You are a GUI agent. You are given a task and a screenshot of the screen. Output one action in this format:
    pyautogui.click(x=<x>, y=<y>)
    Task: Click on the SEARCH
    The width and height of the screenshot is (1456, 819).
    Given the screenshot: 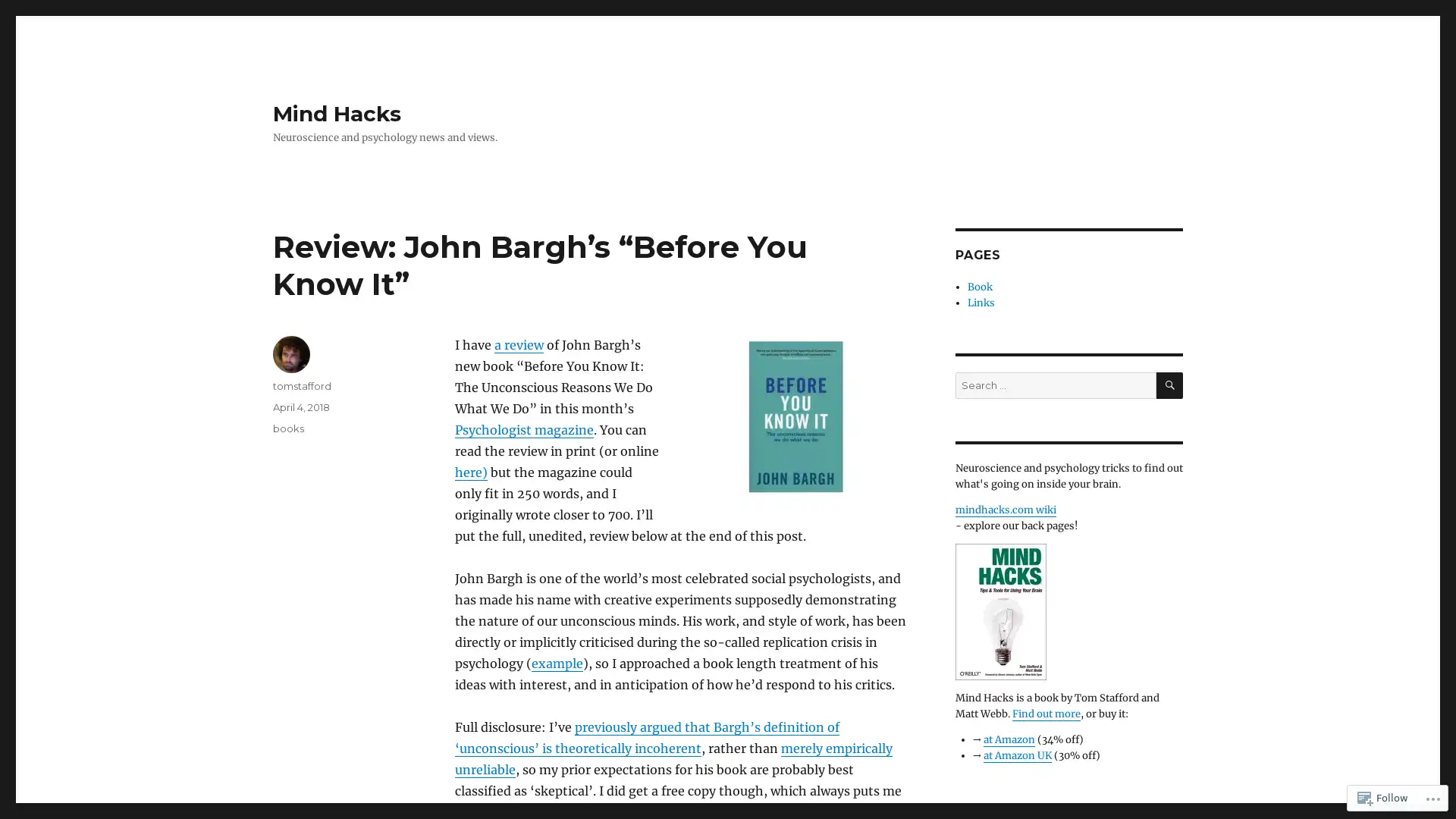 What is the action you would take?
    pyautogui.click(x=1169, y=384)
    